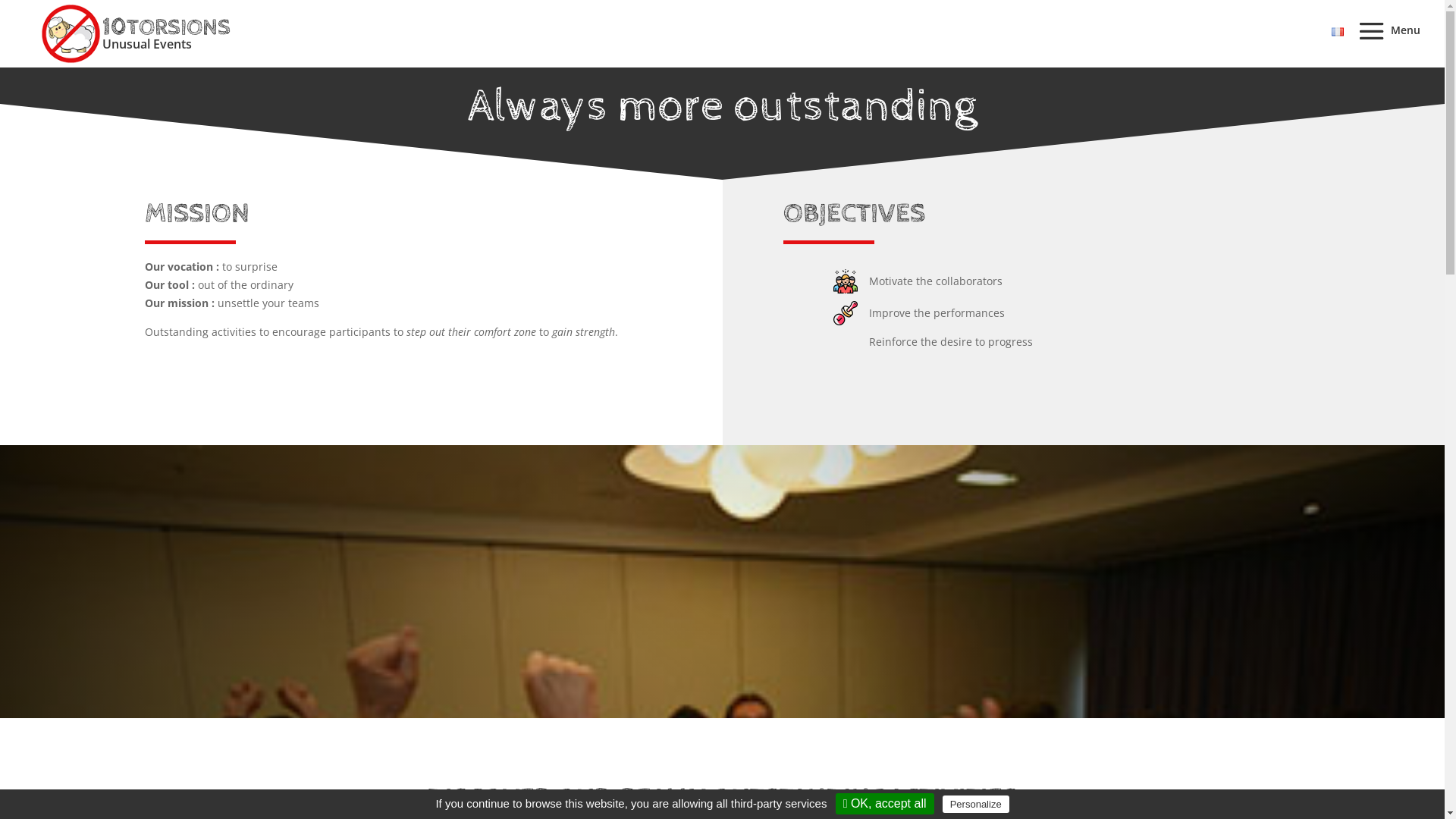  Describe the element at coordinates (975, 803) in the screenshot. I see `'Personalize'` at that location.